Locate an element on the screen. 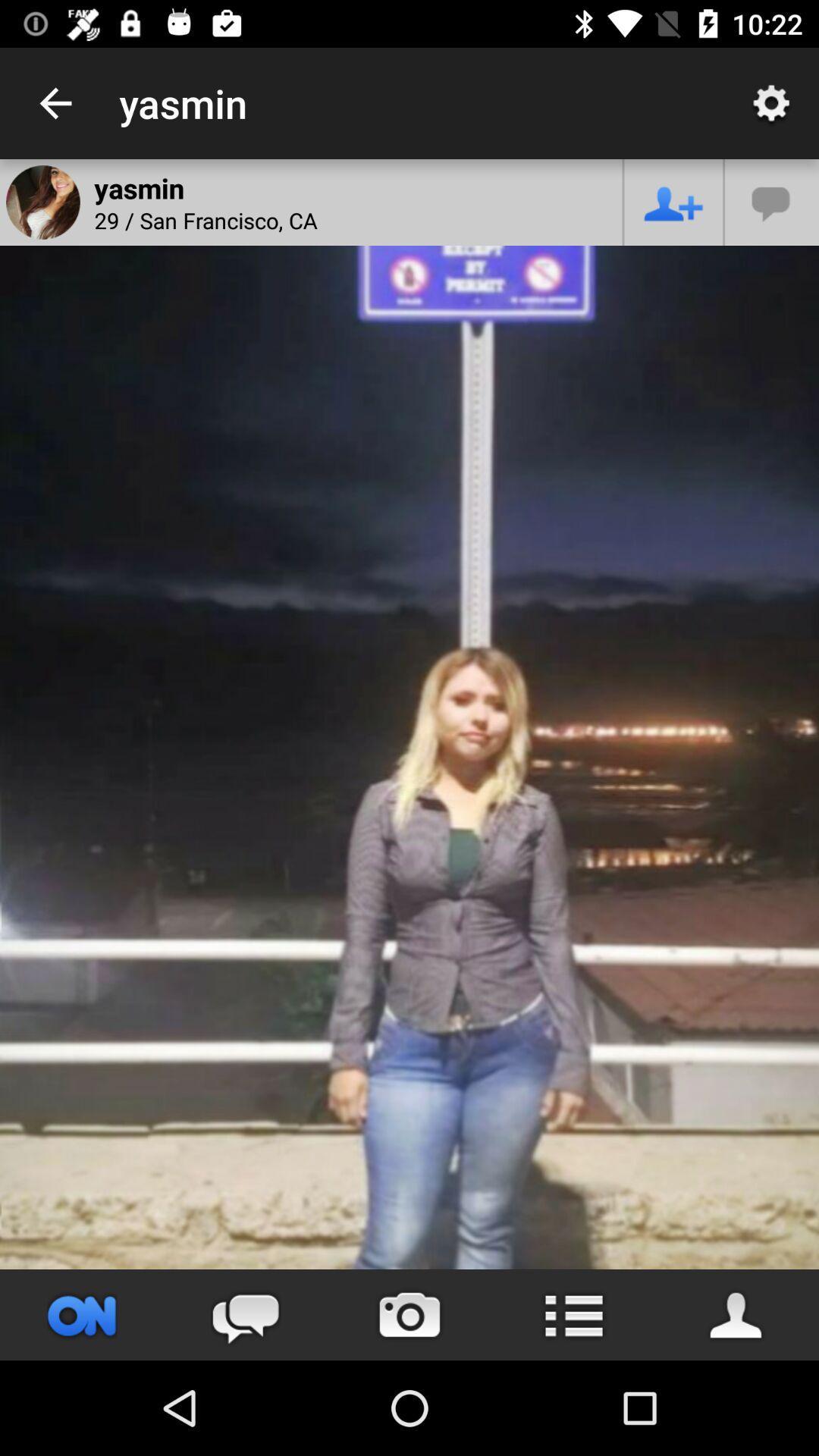 This screenshot has height=1456, width=819. person is located at coordinates (736, 1314).